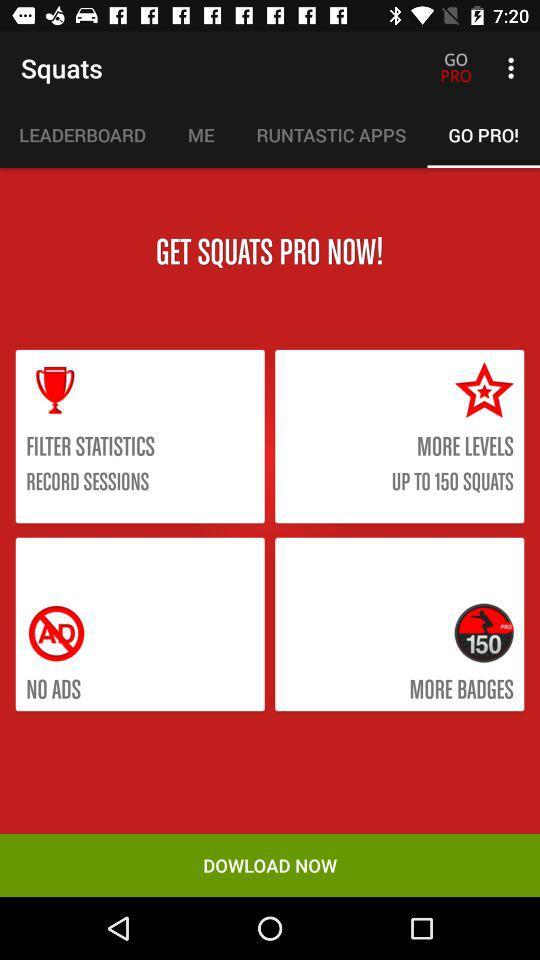  What do you see at coordinates (331, 134) in the screenshot?
I see `item next to the me icon` at bounding box center [331, 134].